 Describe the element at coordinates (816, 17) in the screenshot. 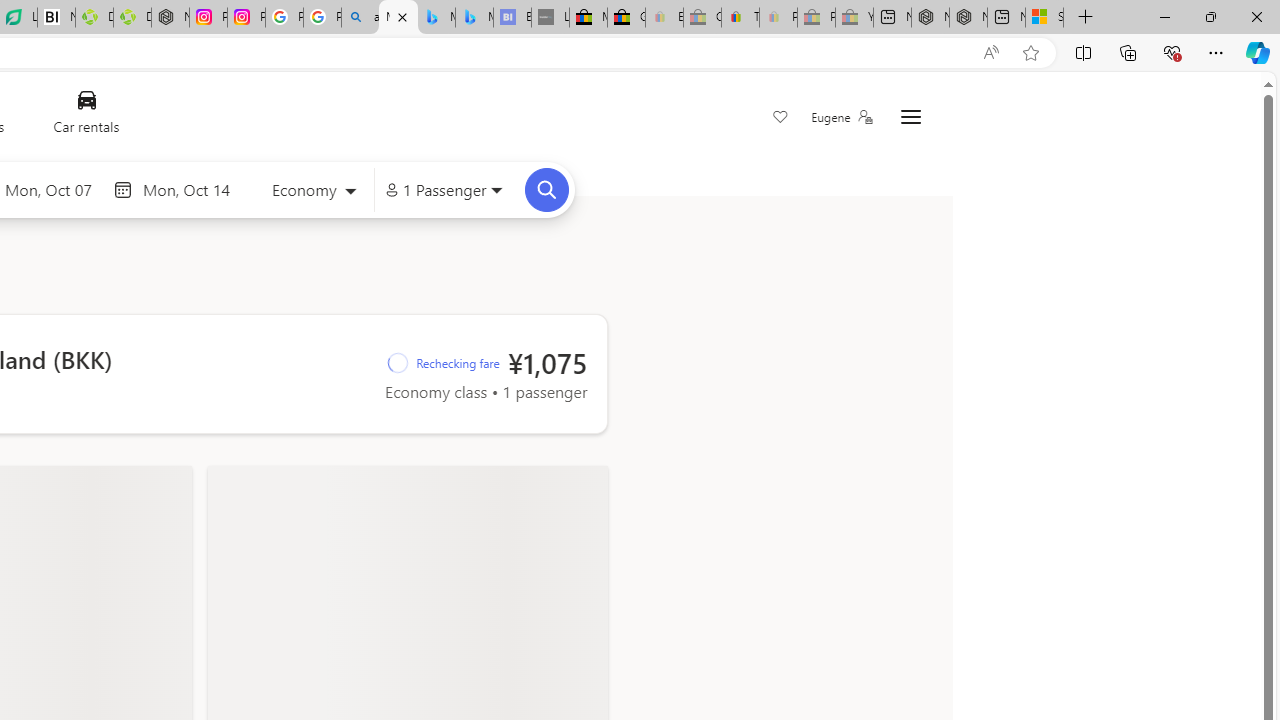

I see `'Press Room - eBay Inc. - Sleeping'` at that location.